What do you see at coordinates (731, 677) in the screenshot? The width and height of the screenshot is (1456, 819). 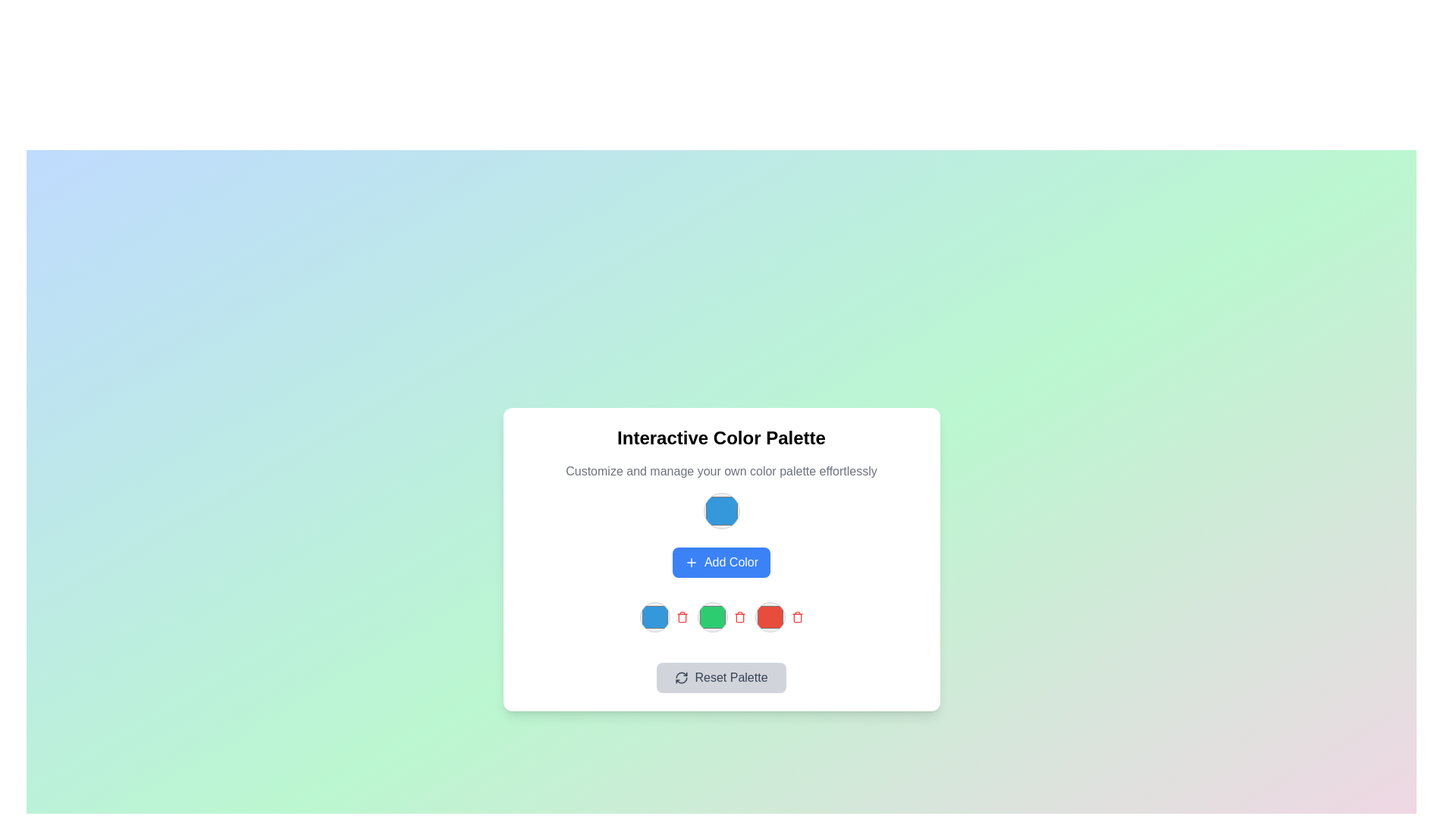 I see `the 'Reset Palette' text label, which is styled with a dark gray font on a light gray background and is part of a button with rounded corners, positioned at the bottom center of the window next to a circular refresh icon` at bounding box center [731, 677].